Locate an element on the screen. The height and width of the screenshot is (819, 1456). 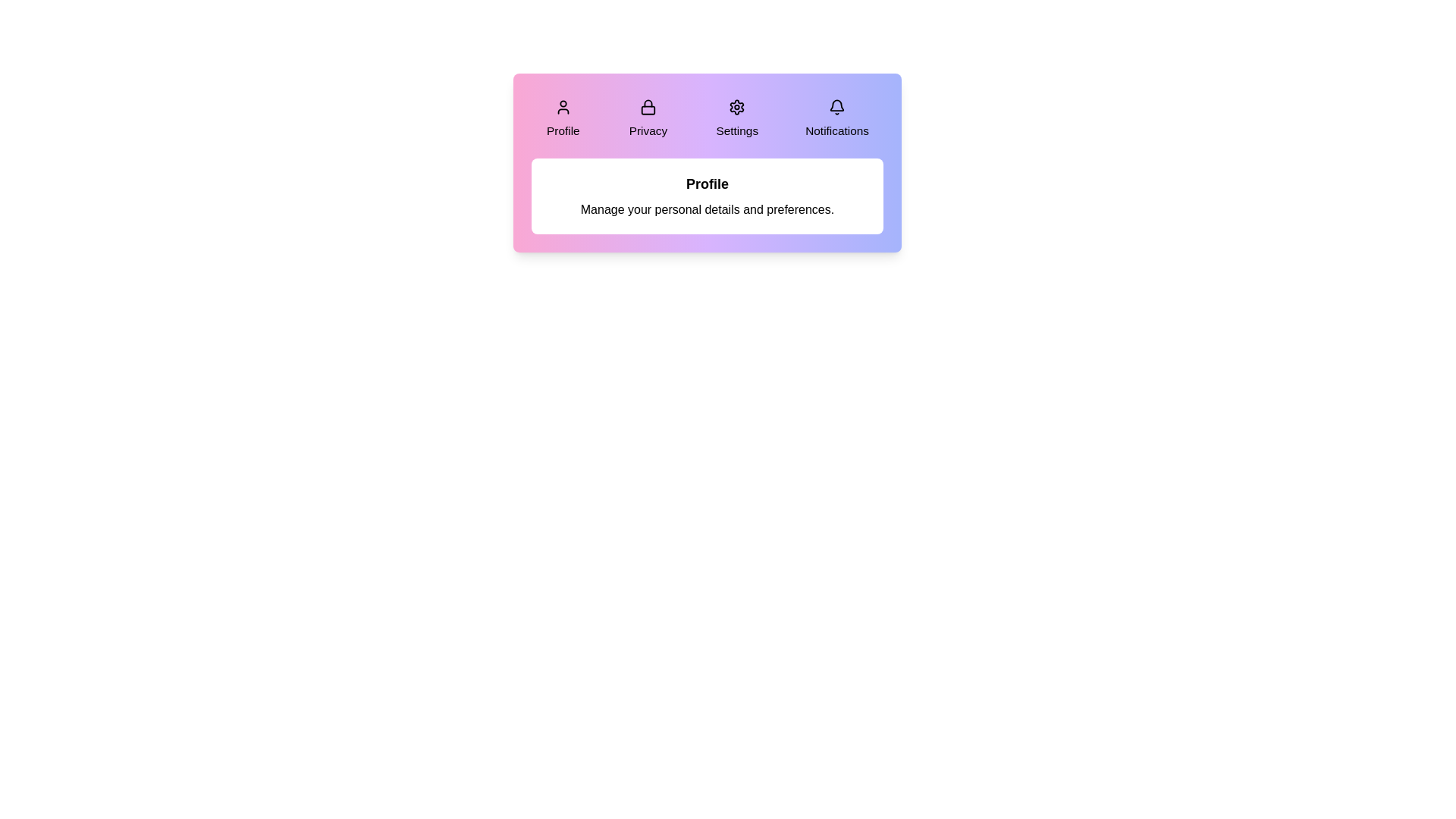
the Profile tab by clicking on it is located at coordinates (563, 118).